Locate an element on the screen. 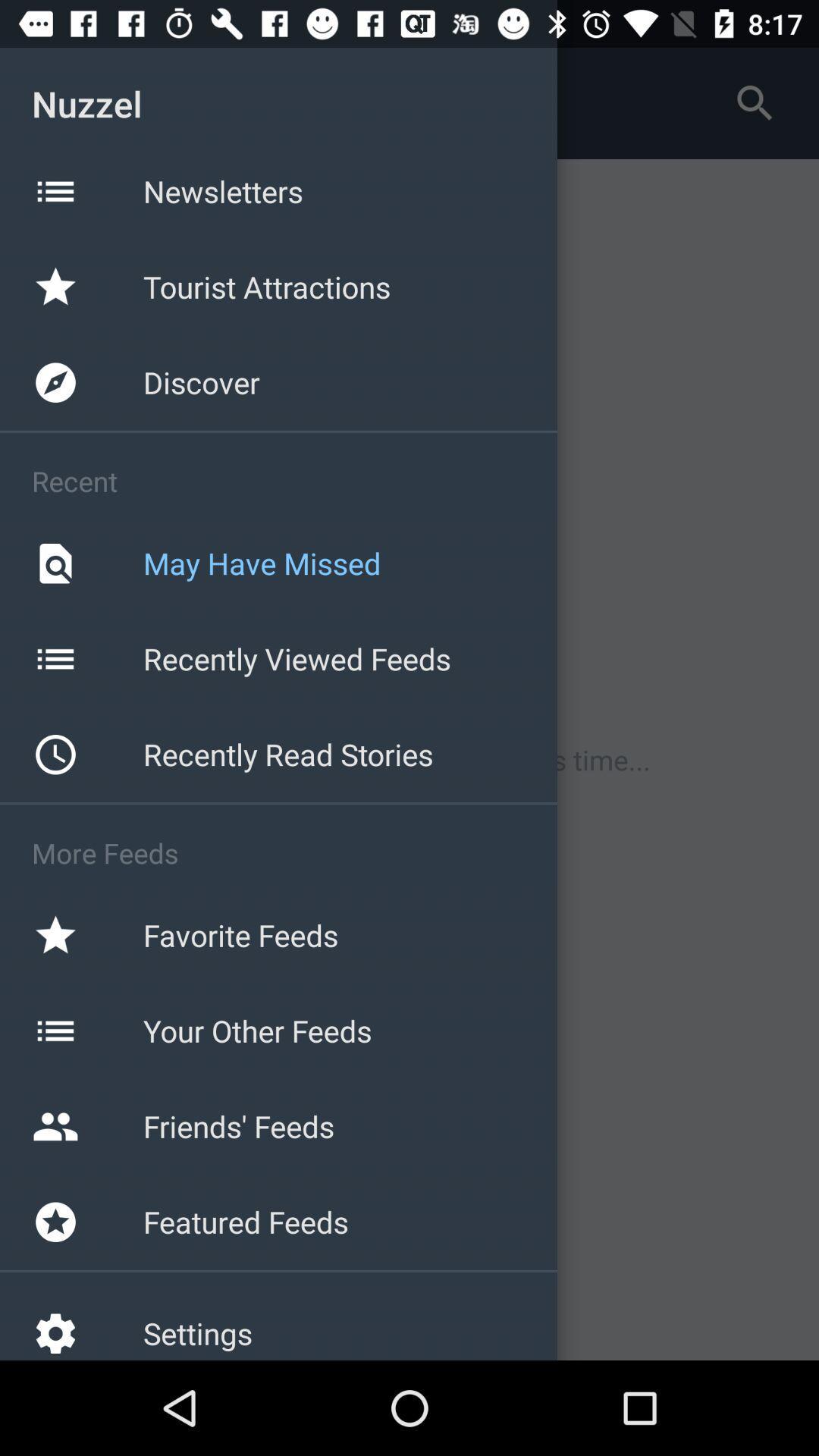 The height and width of the screenshot is (1456, 819). the icon favorite feeds is located at coordinates (55, 934).